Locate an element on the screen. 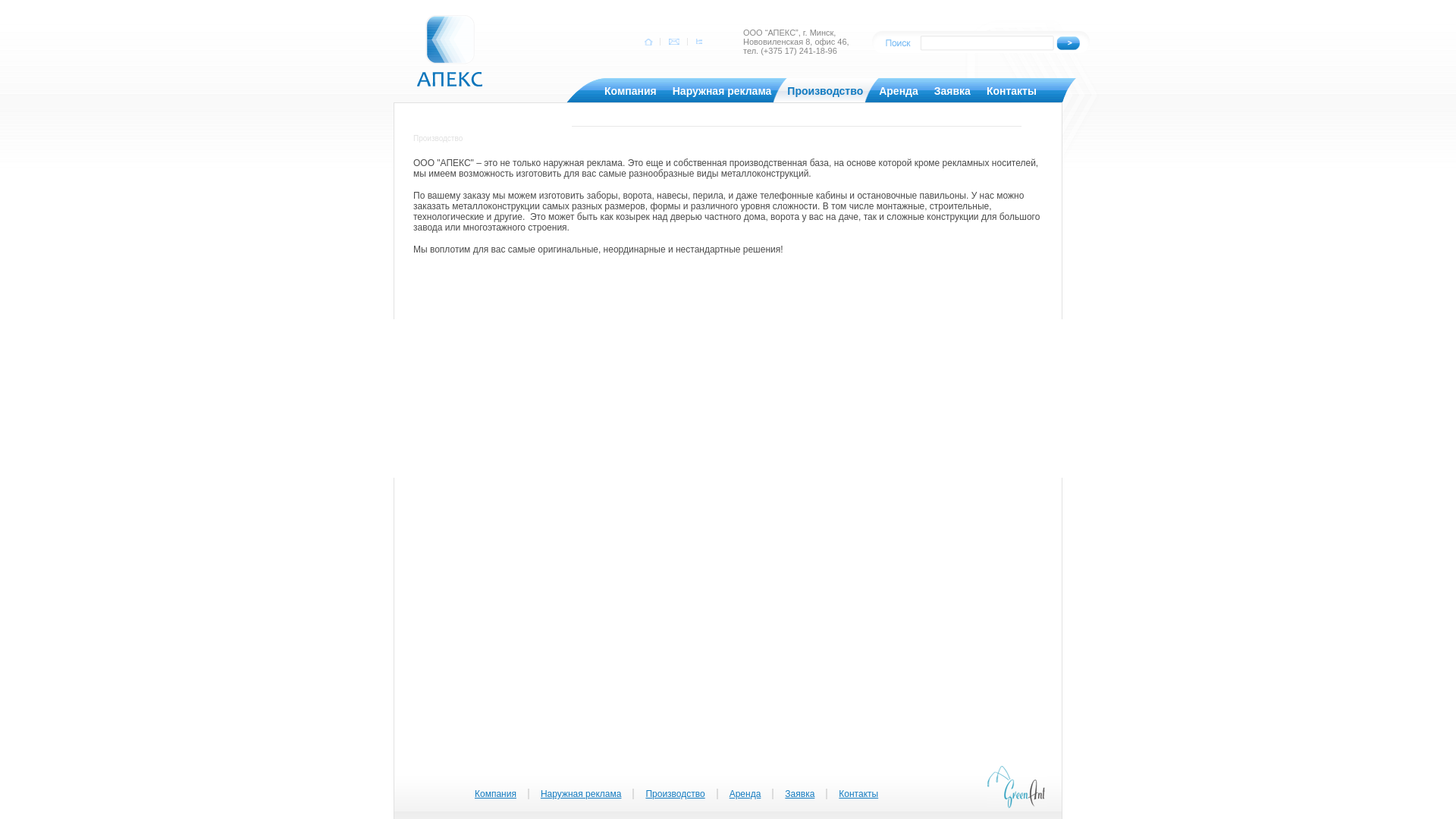  ' ' is located at coordinates (673, 40).